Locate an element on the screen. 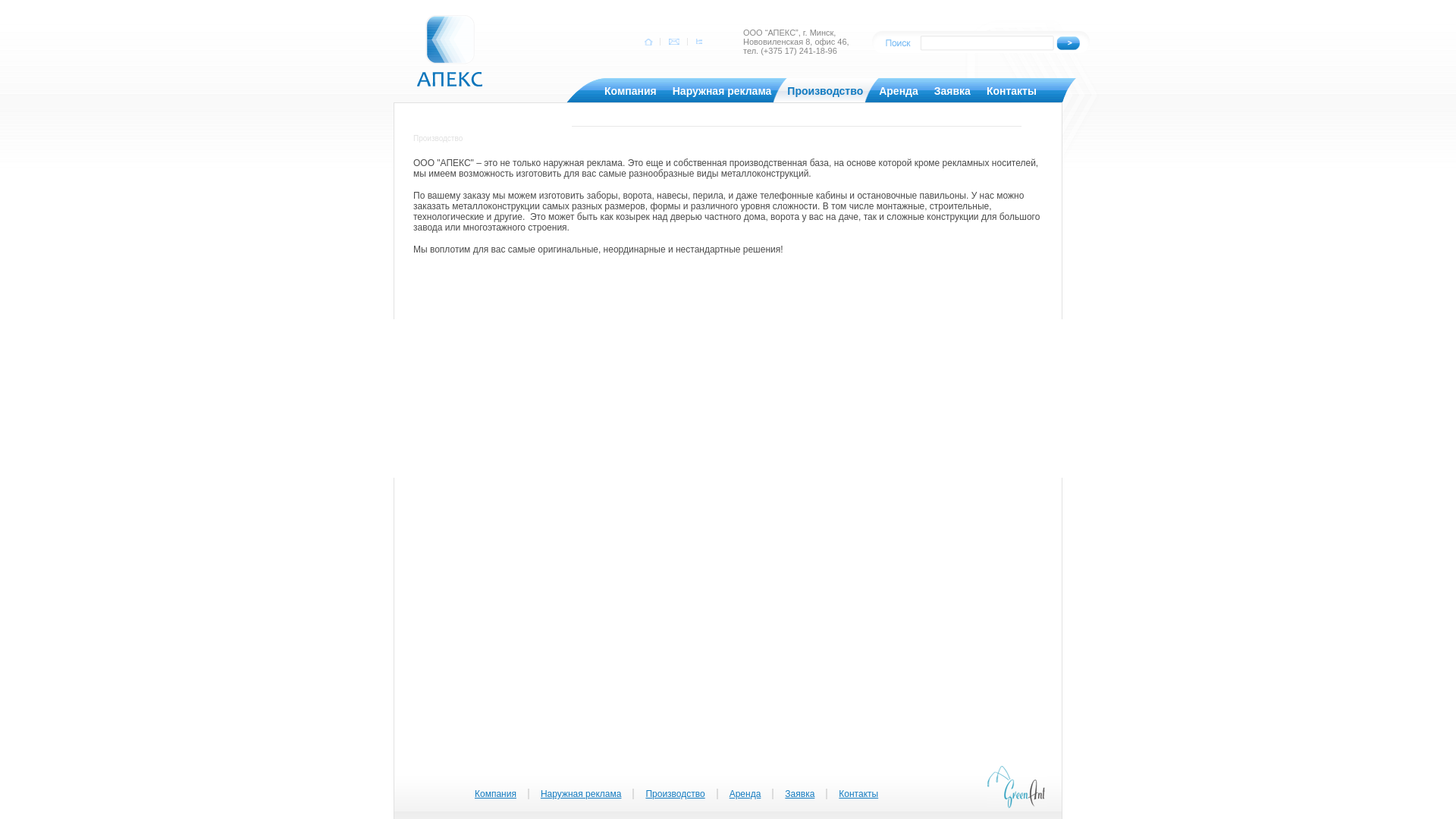  ' ' is located at coordinates (673, 40).